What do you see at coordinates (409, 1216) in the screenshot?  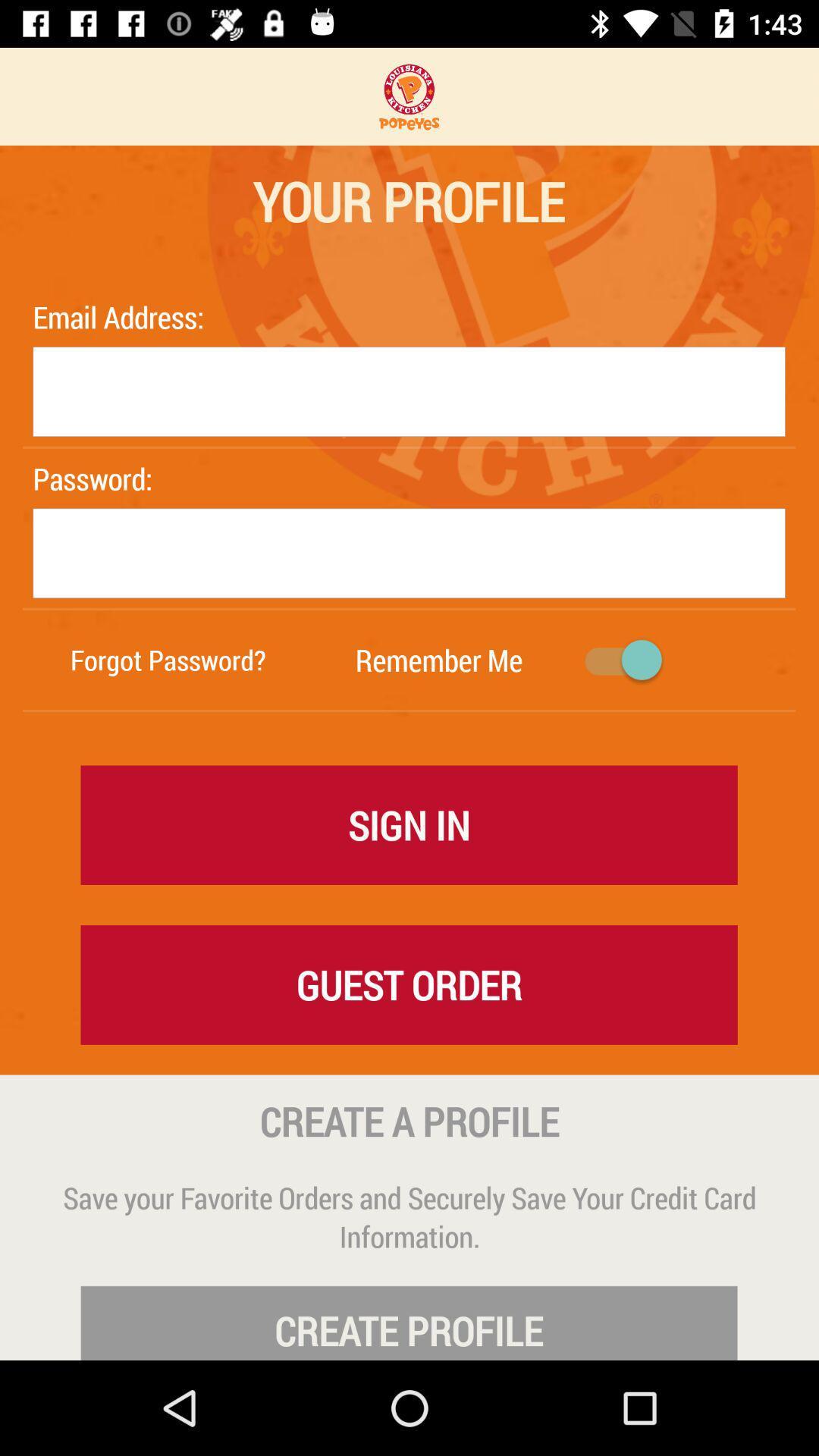 I see `the save your favorite icon` at bounding box center [409, 1216].